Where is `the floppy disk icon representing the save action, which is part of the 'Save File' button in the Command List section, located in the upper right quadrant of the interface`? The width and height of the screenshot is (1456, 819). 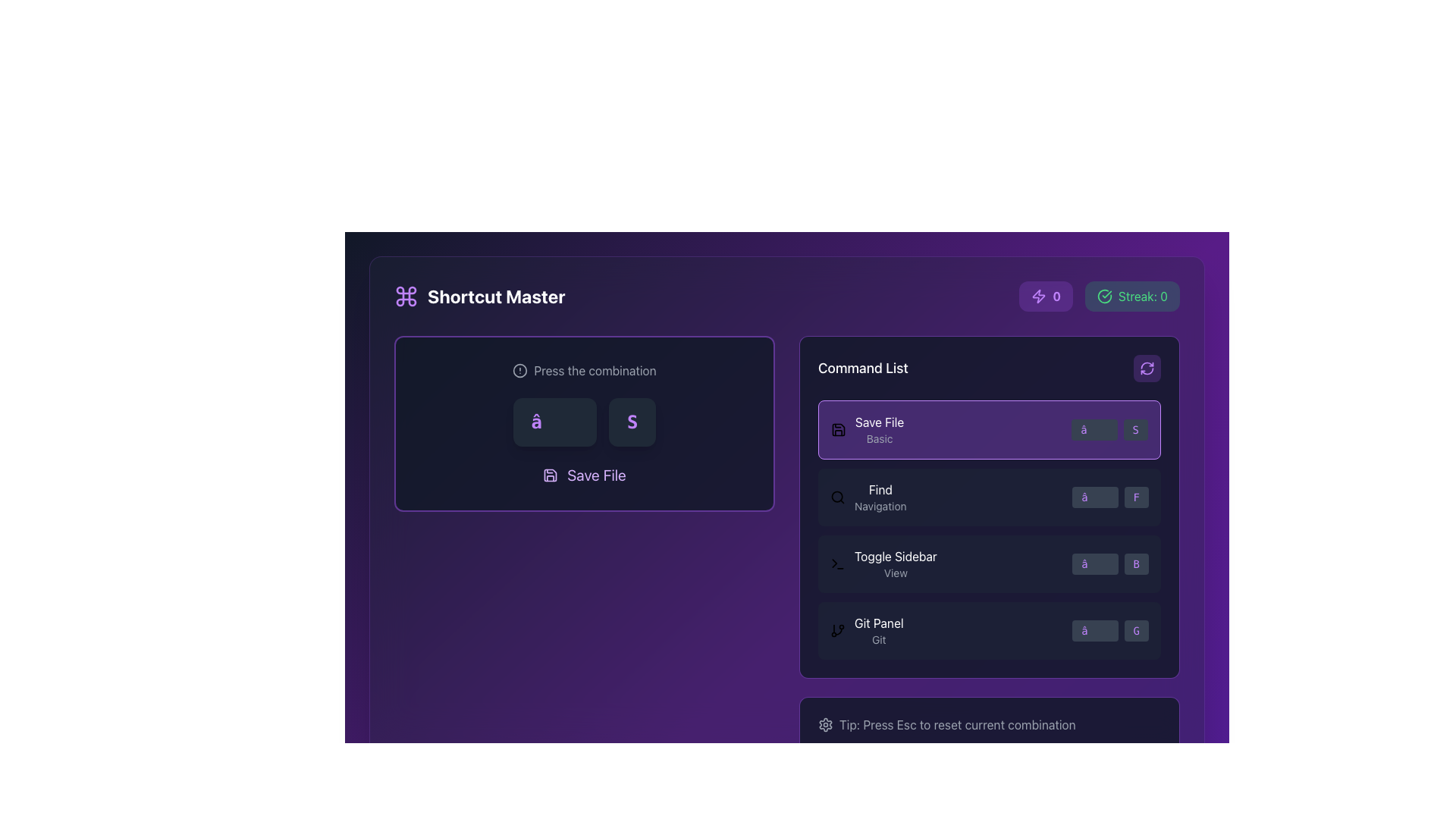 the floppy disk icon representing the save action, which is part of the 'Save File' button in the Command List section, located in the upper right quadrant of the interface is located at coordinates (550, 475).